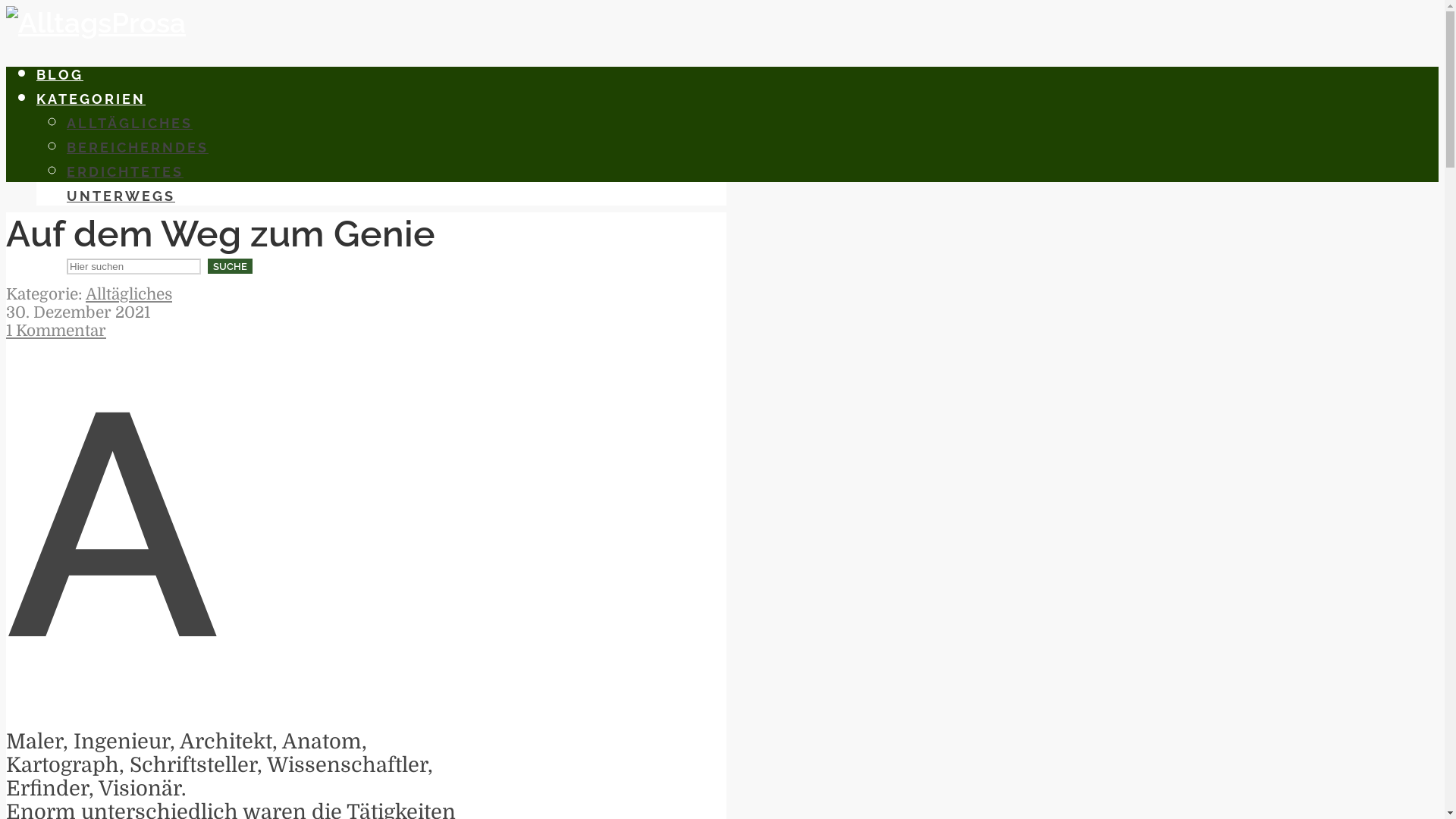 This screenshot has width=1456, height=819. What do you see at coordinates (36, 99) in the screenshot?
I see `'KATEGORIEN'` at bounding box center [36, 99].